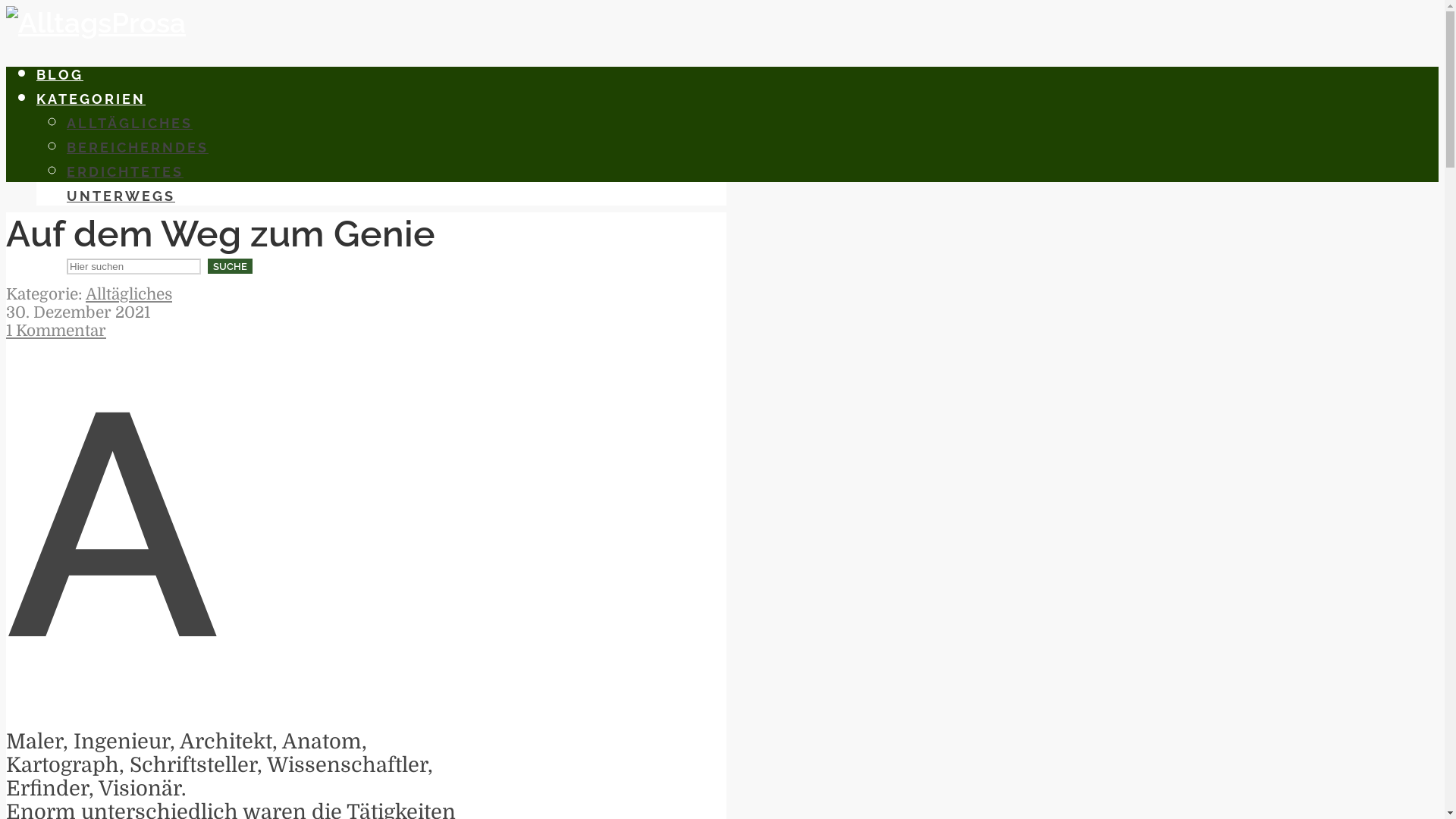 This screenshot has width=1456, height=819. What do you see at coordinates (36, 99) in the screenshot?
I see `'KATEGORIEN'` at bounding box center [36, 99].